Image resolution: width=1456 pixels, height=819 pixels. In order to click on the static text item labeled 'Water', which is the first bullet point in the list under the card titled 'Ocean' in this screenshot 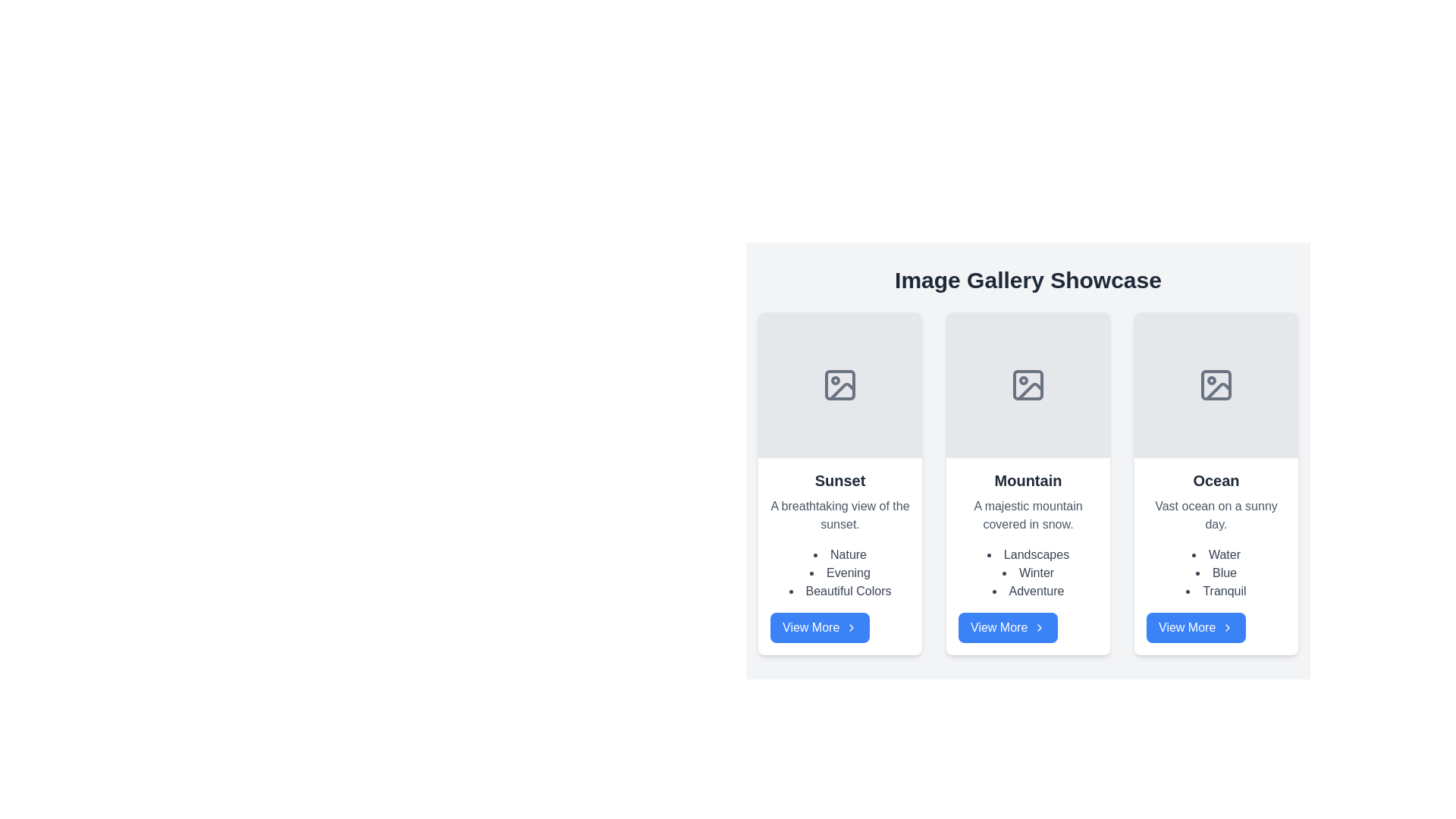, I will do `click(1216, 556)`.